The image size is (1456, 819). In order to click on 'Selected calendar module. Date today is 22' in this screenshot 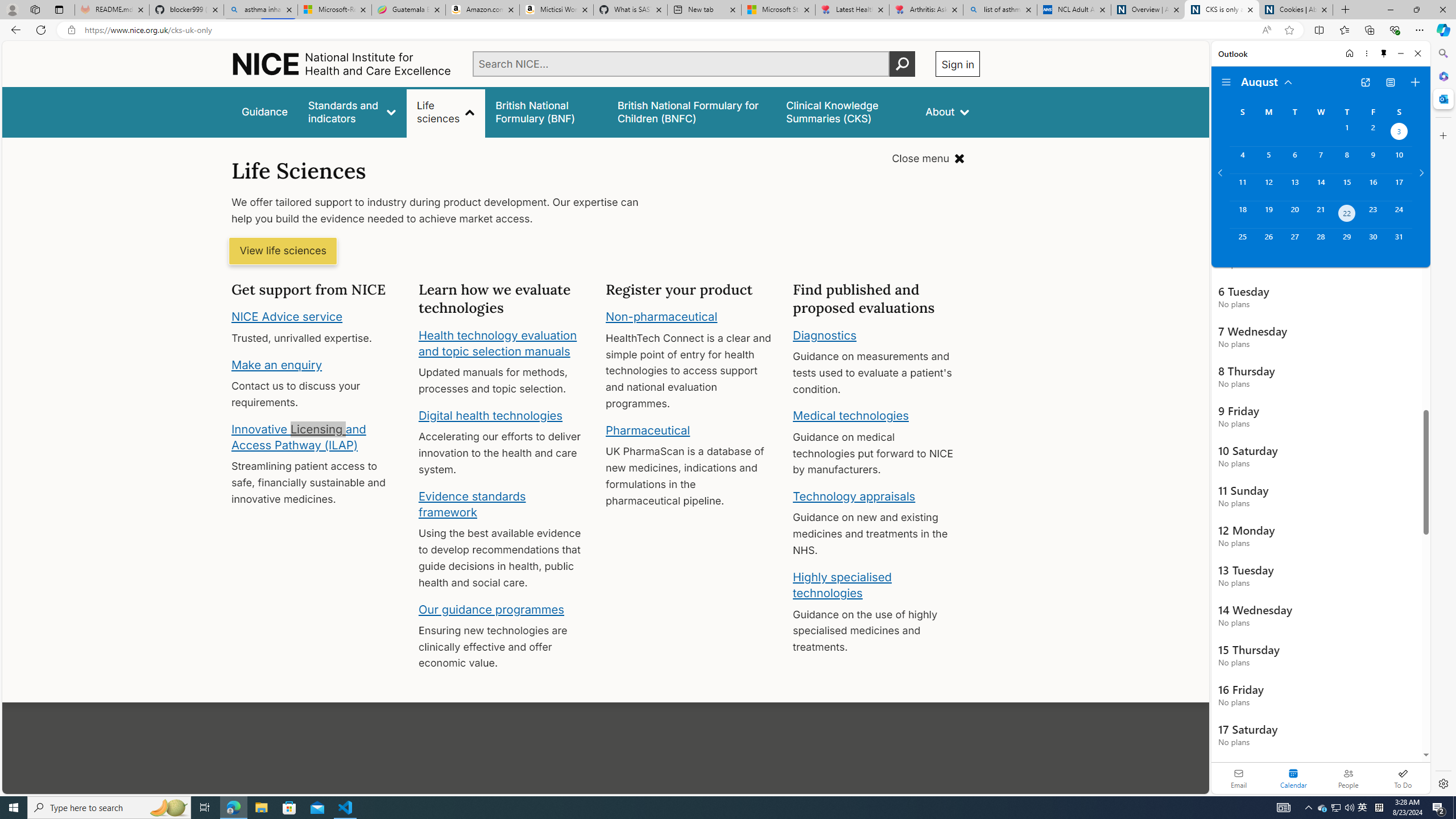, I will do `click(1293, 777)`.